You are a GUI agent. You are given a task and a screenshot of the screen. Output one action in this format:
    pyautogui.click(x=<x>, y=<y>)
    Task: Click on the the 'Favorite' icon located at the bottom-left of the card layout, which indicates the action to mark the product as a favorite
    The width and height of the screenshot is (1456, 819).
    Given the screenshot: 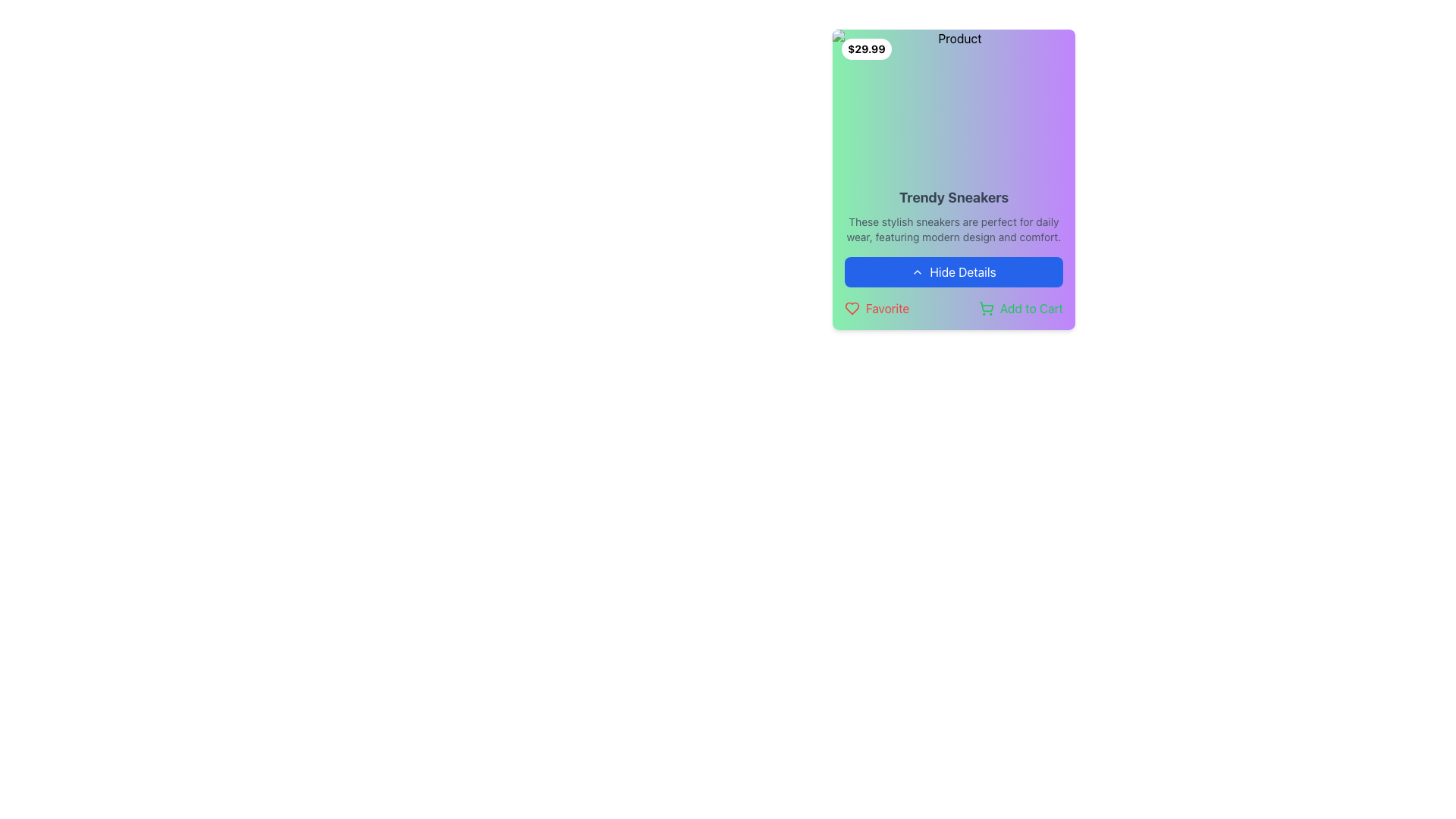 What is the action you would take?
    pyautogui.click(x=852, y=308)
    